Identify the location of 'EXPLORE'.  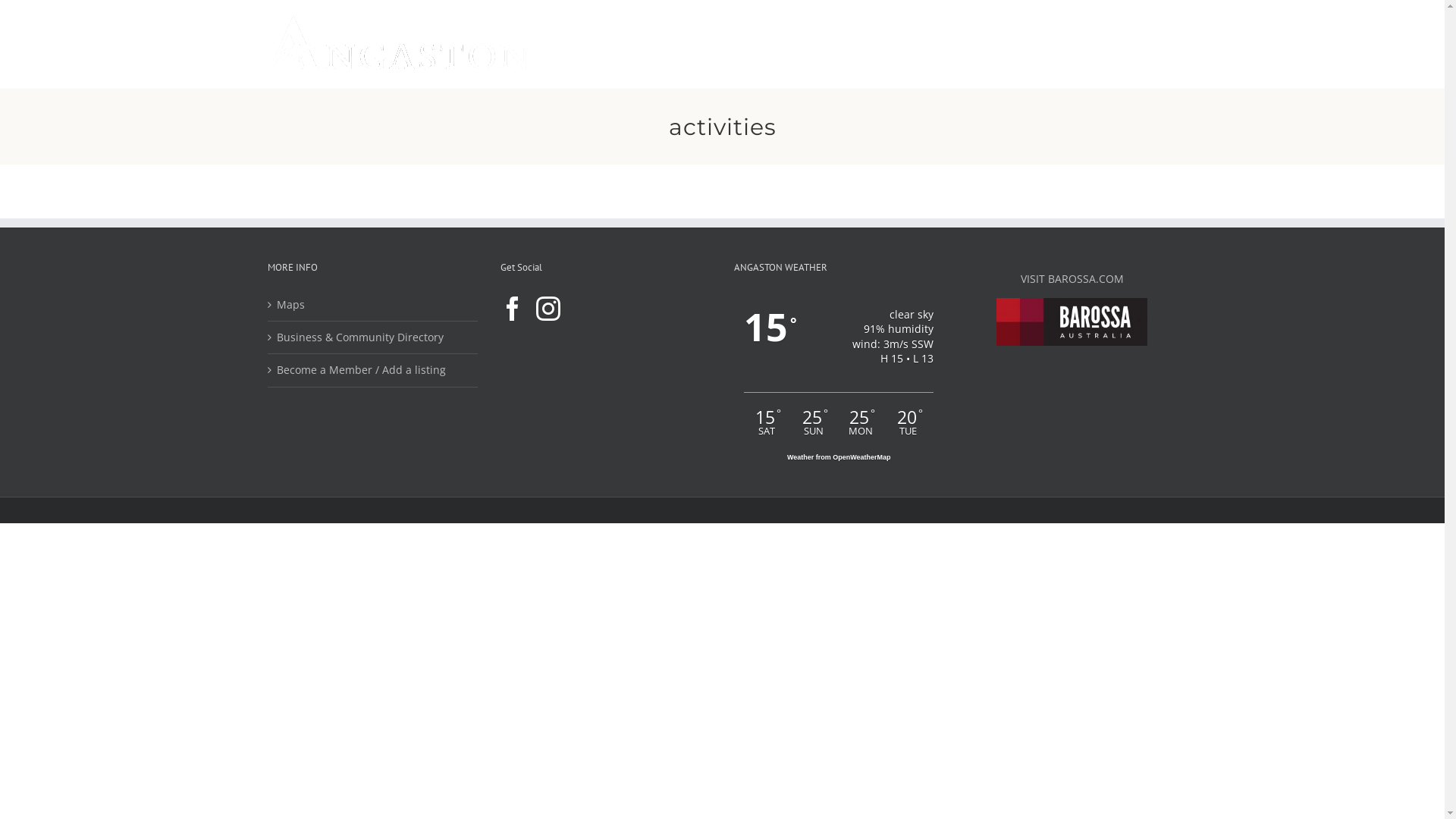
(785, 43).